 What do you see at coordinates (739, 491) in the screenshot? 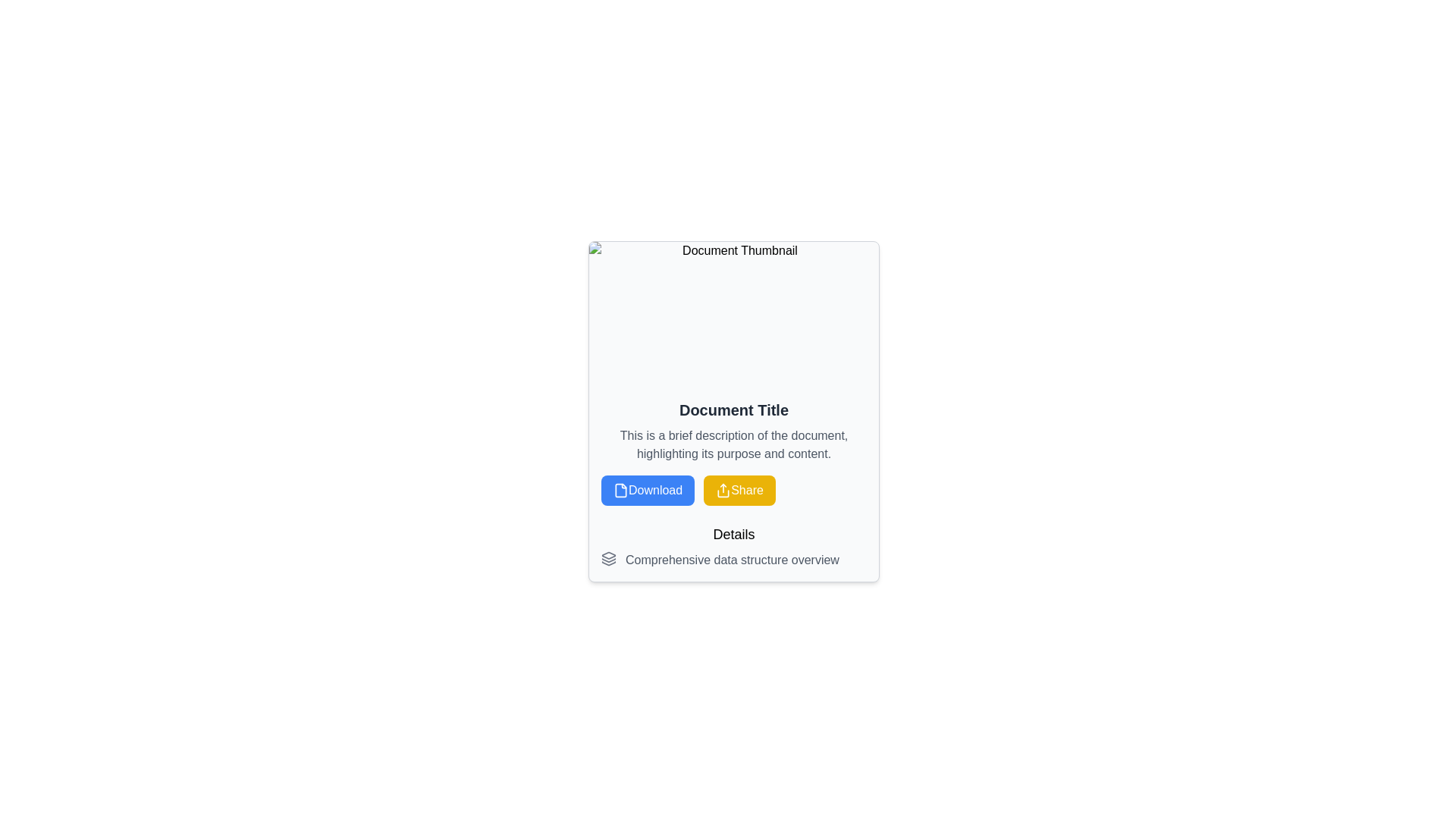
I see `the 'Share' button which is a rectangular button with a vibrant yellow background and white text, located to the right of the 'Download' button at the bottom of the main card interface` at bounding box center [739, 491].